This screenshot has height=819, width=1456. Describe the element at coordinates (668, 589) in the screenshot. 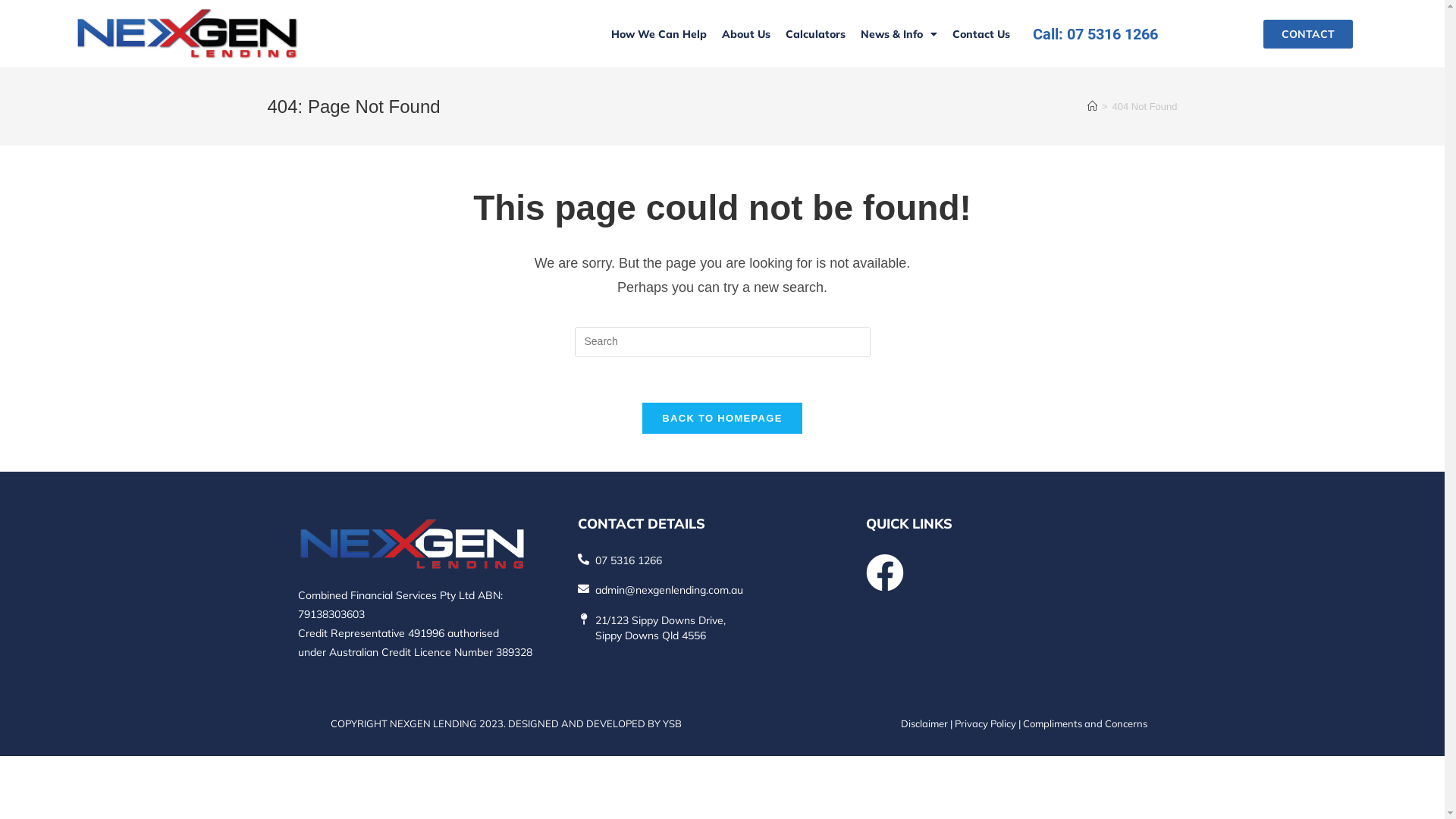

I see `'admin@nexgenlending.com.au'` at that location.